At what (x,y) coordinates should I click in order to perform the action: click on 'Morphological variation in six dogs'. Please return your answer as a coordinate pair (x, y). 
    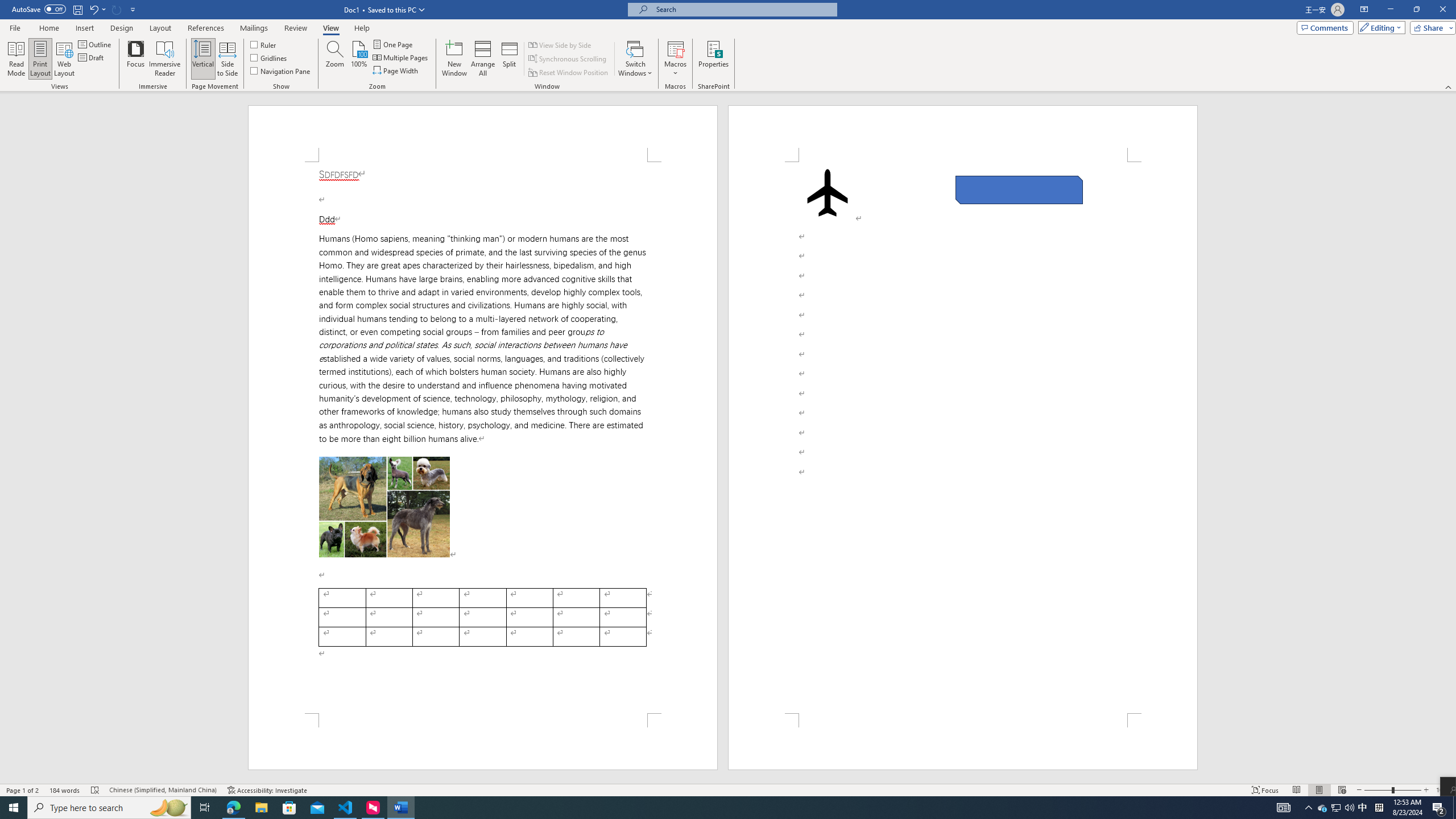
    Looking at the image, I should click on (383, 507).